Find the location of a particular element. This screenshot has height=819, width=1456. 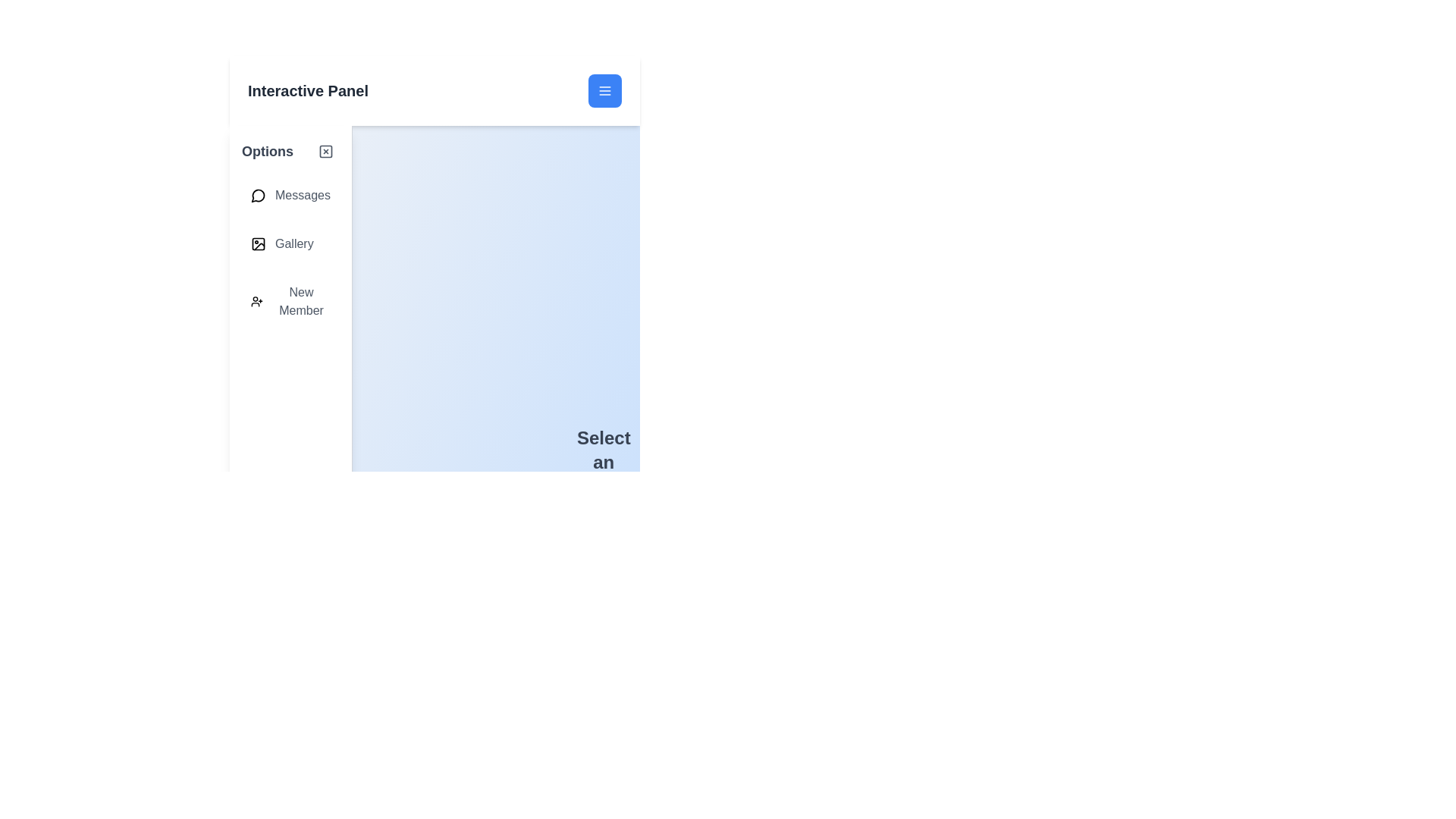

the 'Gallery' icon located in the navigation menu on the left side of the page is located at coordinates (258, 243).